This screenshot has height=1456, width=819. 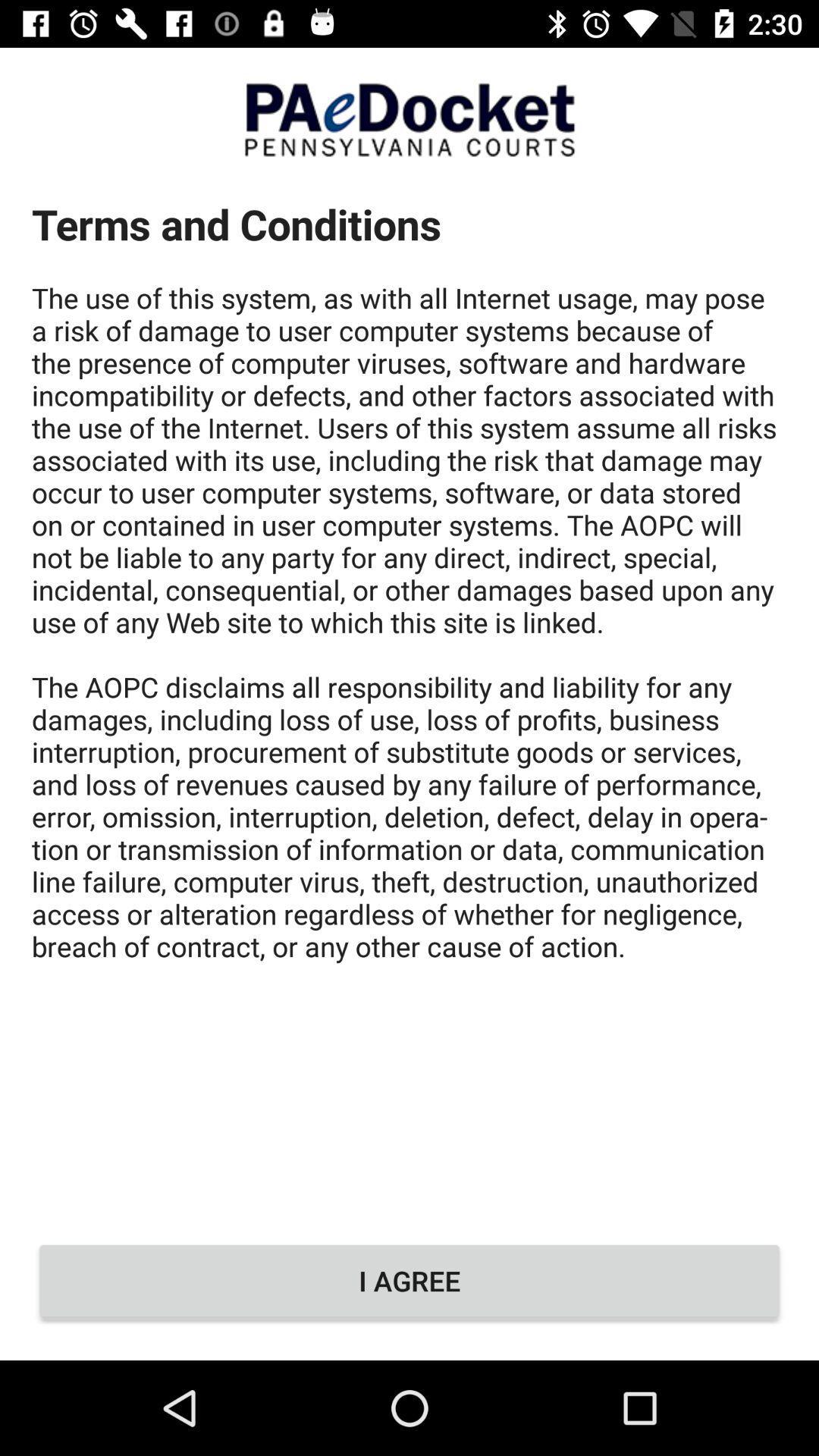 What do you see at coordinates (409, 695) in the screenshot?
I see `terms and conditions at the center` at bounding box center [409, 695].